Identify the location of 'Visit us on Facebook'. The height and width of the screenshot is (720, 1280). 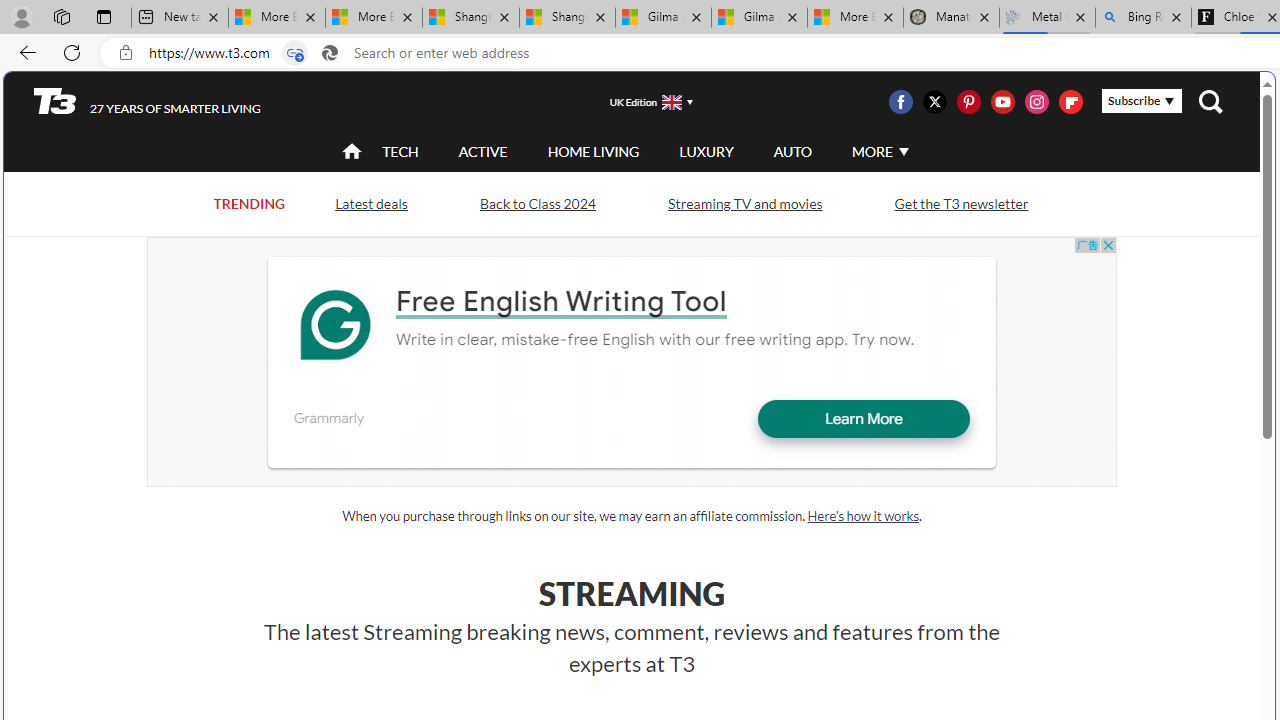
(900, 101).